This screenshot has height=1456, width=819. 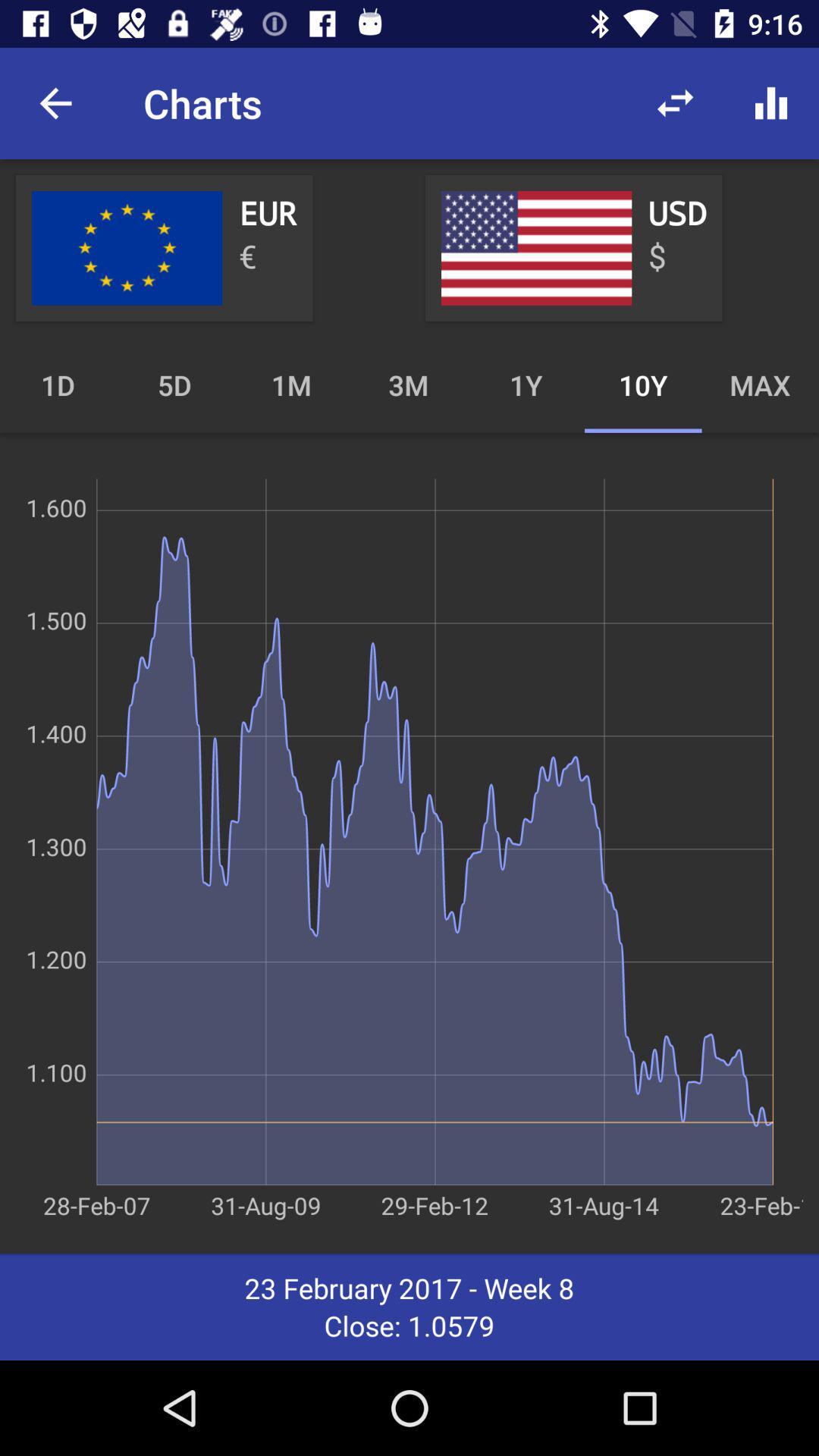 I want to click on the item to the left of the charts item, so click(x=55, y=102).